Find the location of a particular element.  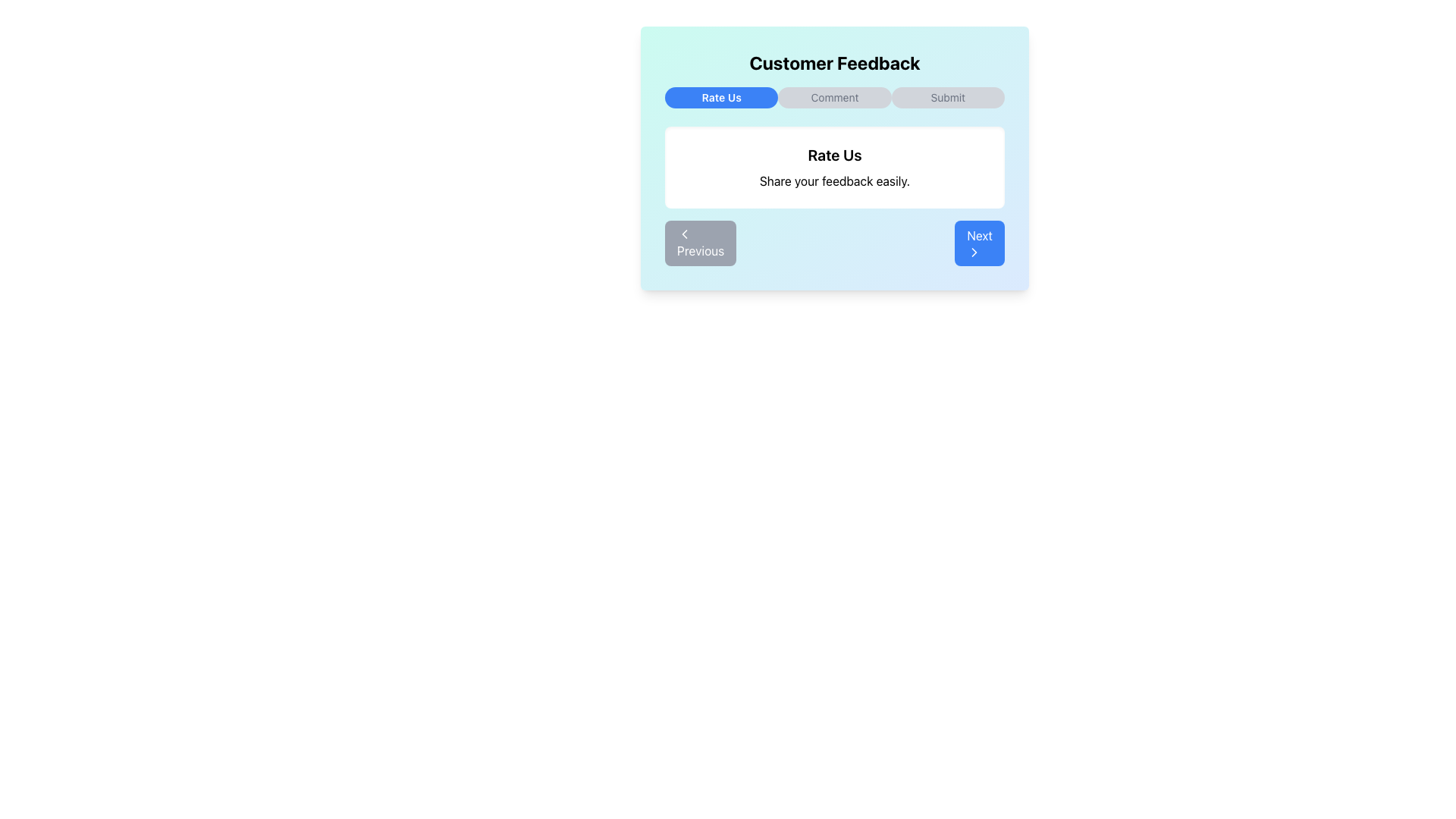

text label displaying 'Customer Feedback' which is located at the top center of the customer interaction section is located at coordinates (833, 62).